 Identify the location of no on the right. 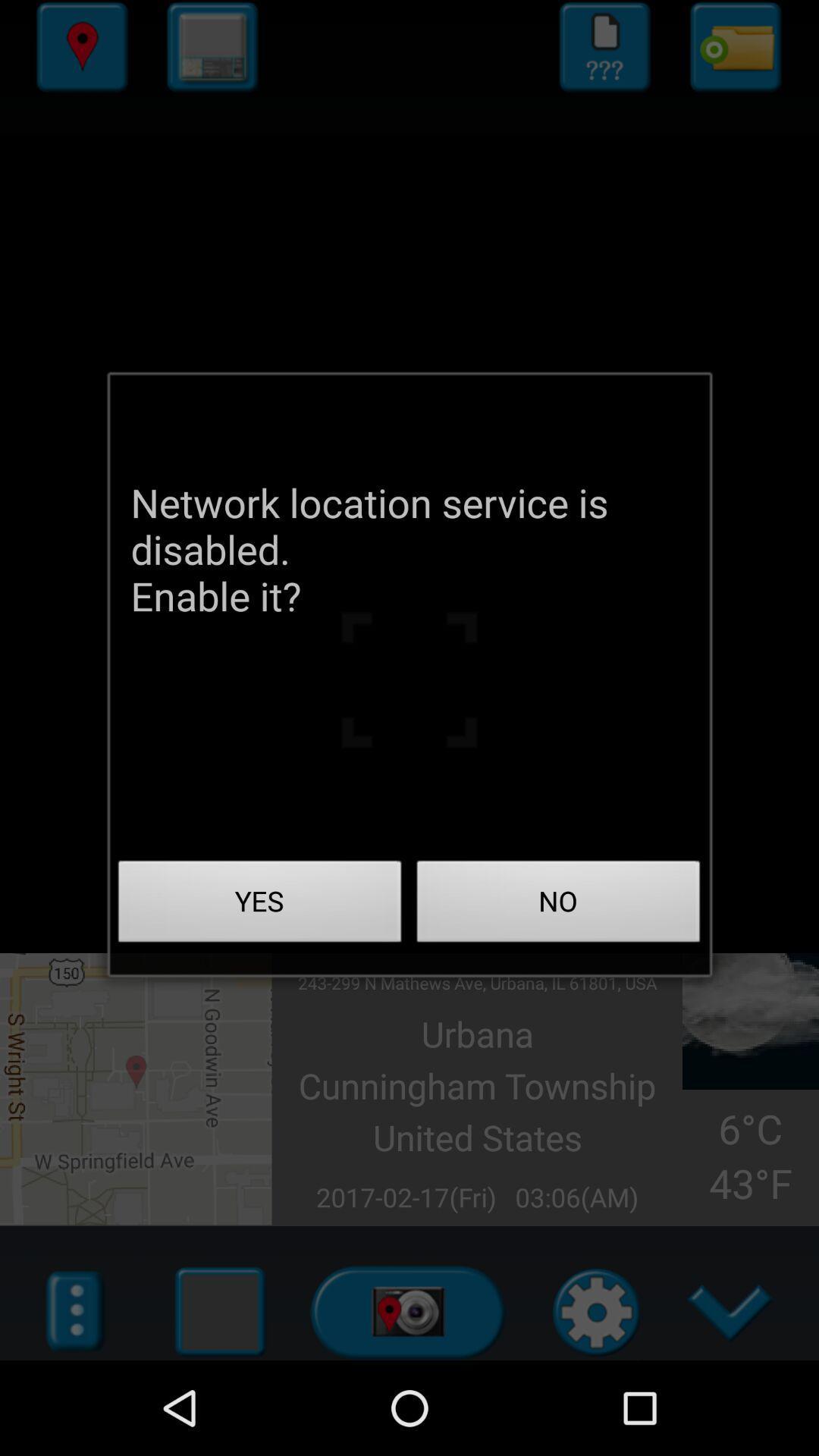
(558, 905).